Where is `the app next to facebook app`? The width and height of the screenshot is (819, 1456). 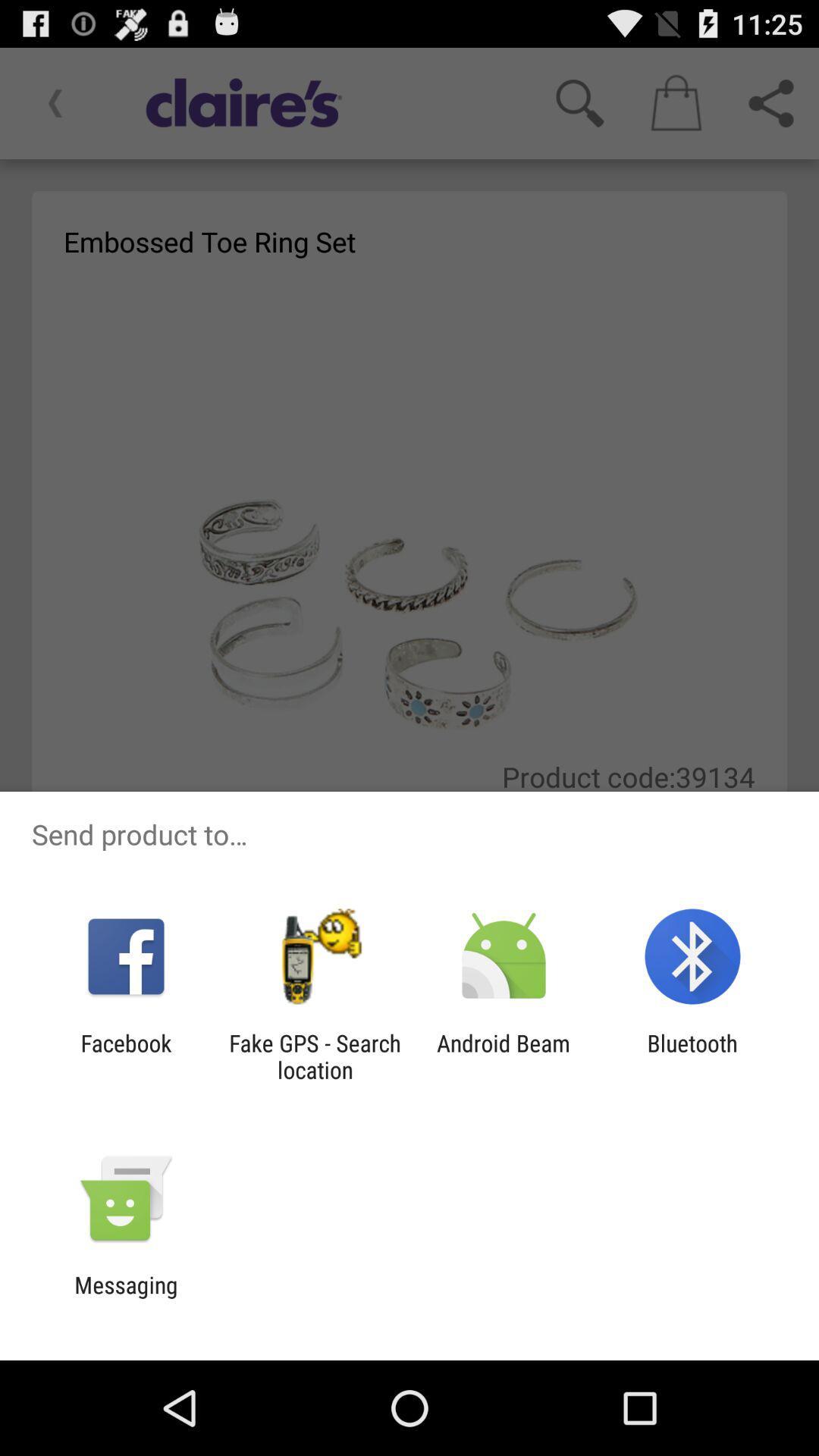
the app next to facebook app is located at coordinates (314, 1056).